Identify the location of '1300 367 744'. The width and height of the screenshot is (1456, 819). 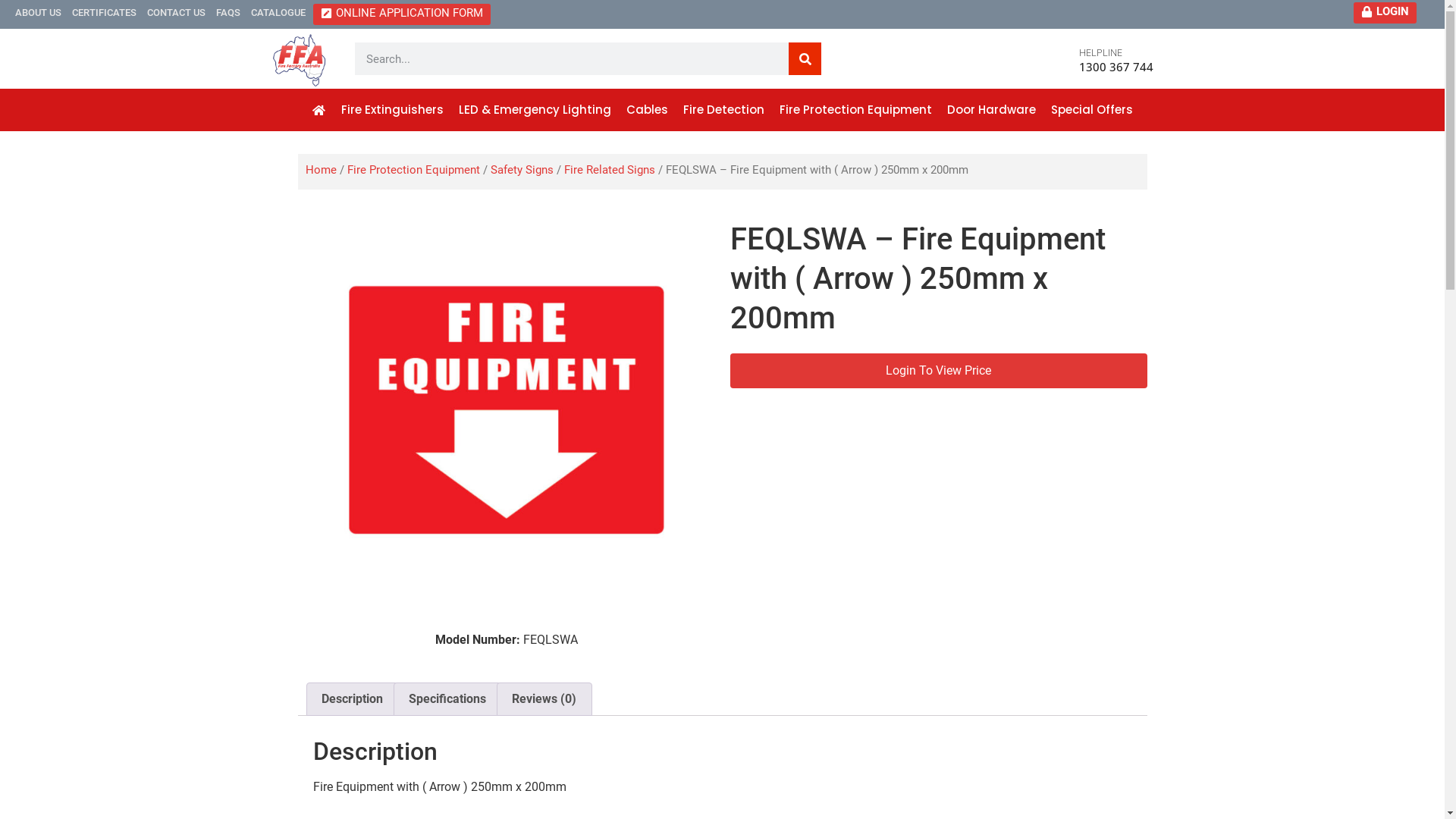
(1116, 66).